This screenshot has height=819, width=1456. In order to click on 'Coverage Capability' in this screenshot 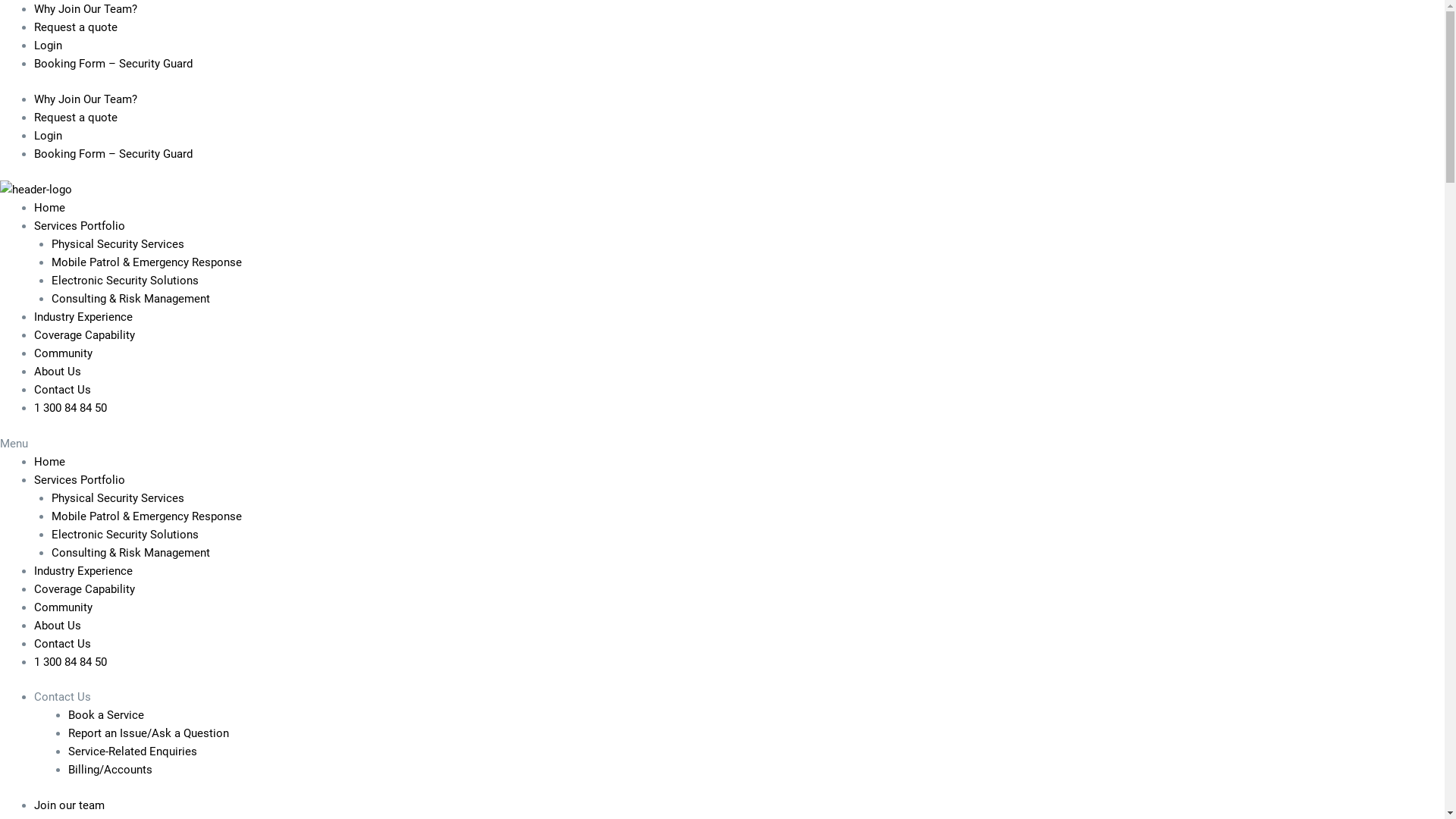, I will do `click(83, 334)`.